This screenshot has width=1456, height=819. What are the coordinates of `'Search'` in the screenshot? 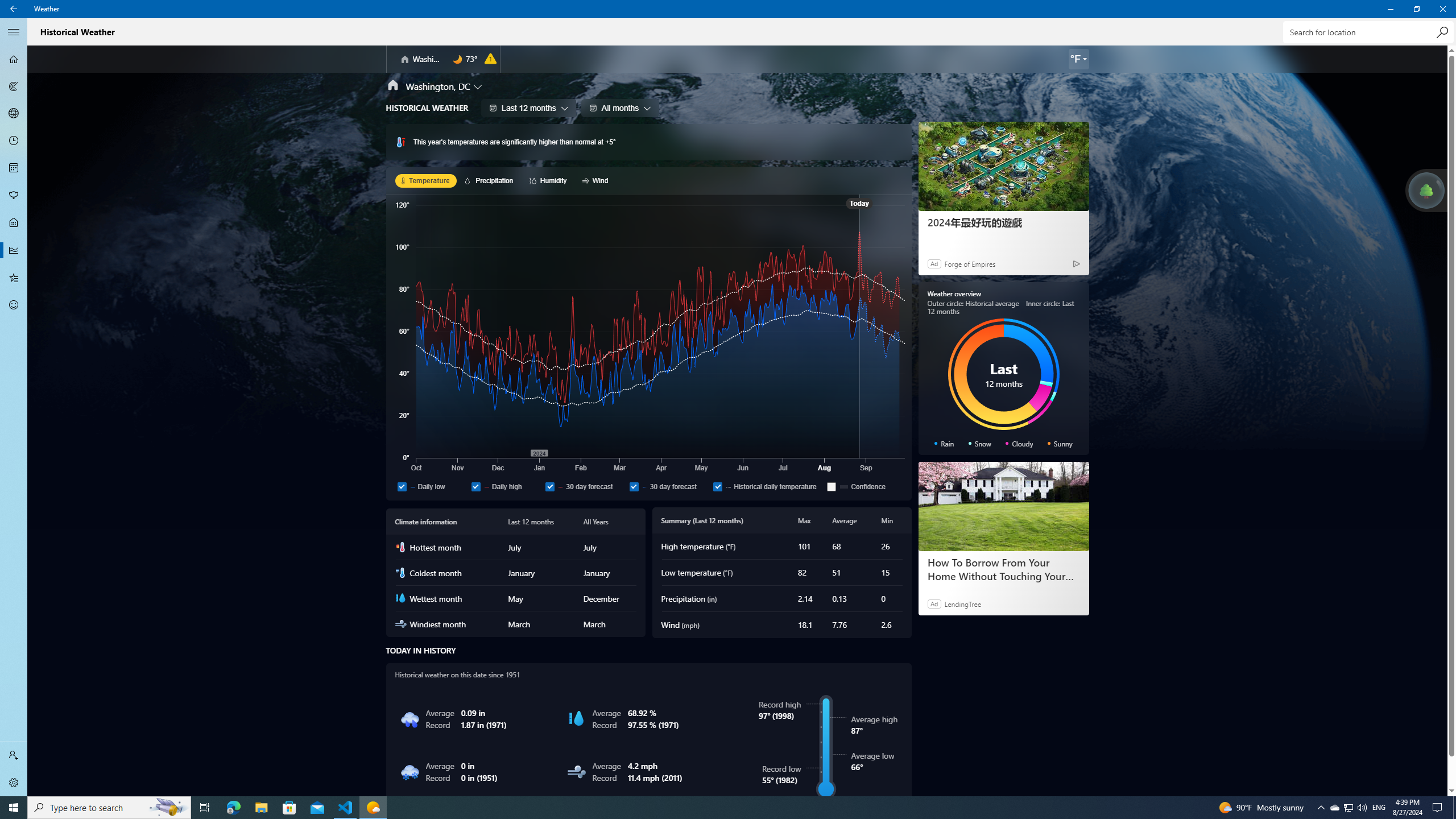 It's located at (1442, 31).